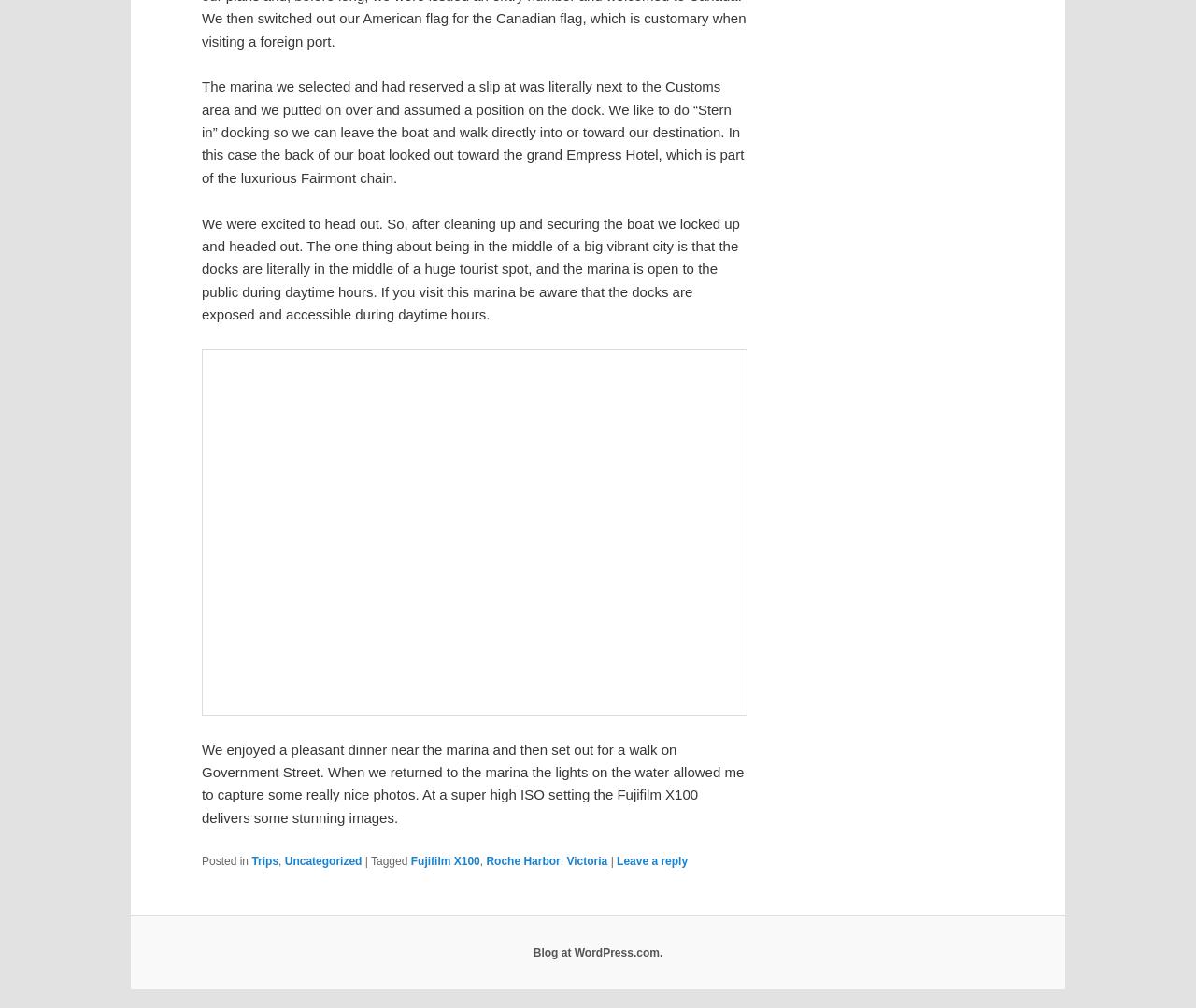 This screenshot has width=1196, height=1008. I want to click on 'Fujifilm X100', so click(444, 860).